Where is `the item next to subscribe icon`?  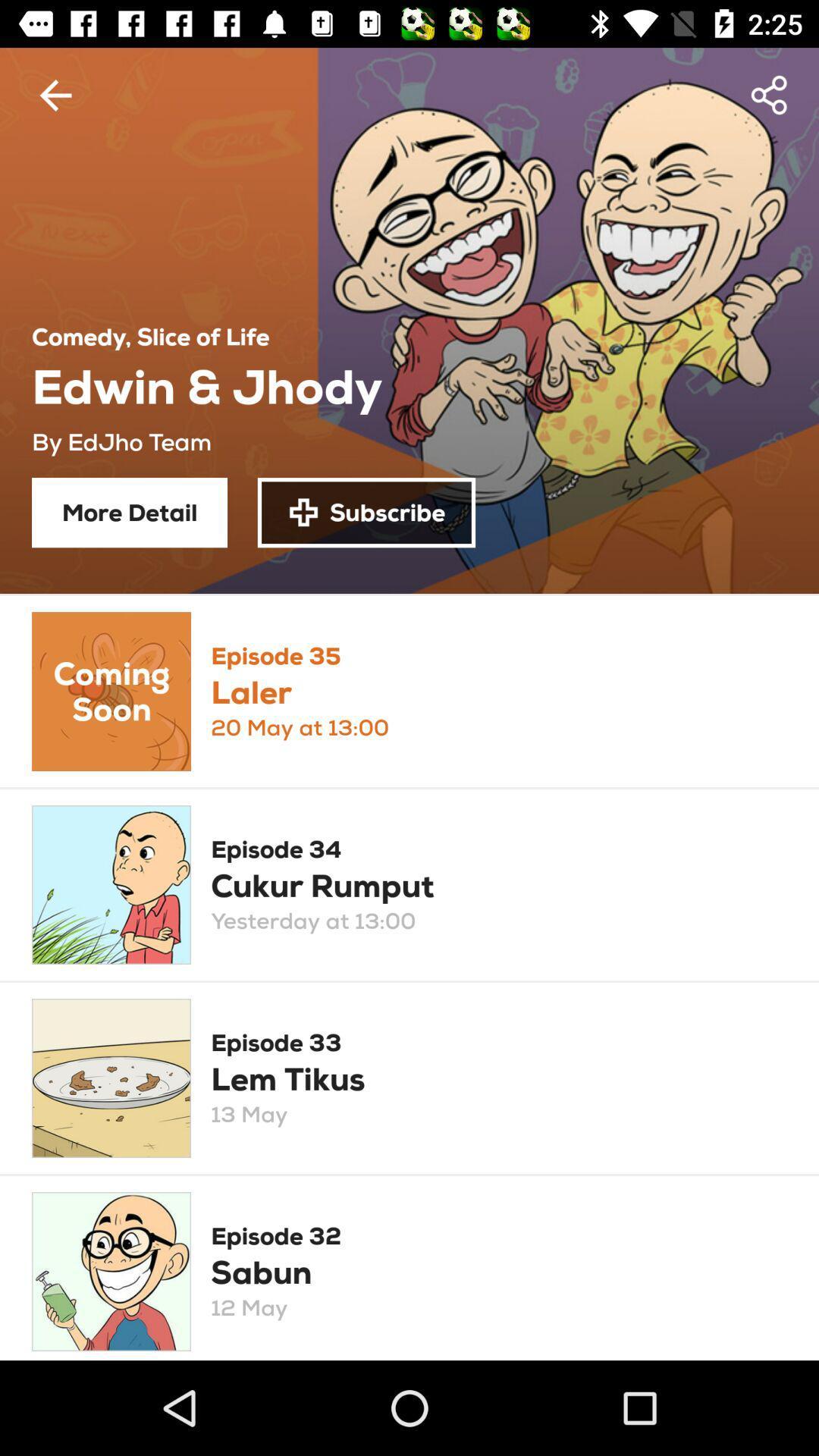
the item next to subscribe icon is located at coordinates (128, 513).